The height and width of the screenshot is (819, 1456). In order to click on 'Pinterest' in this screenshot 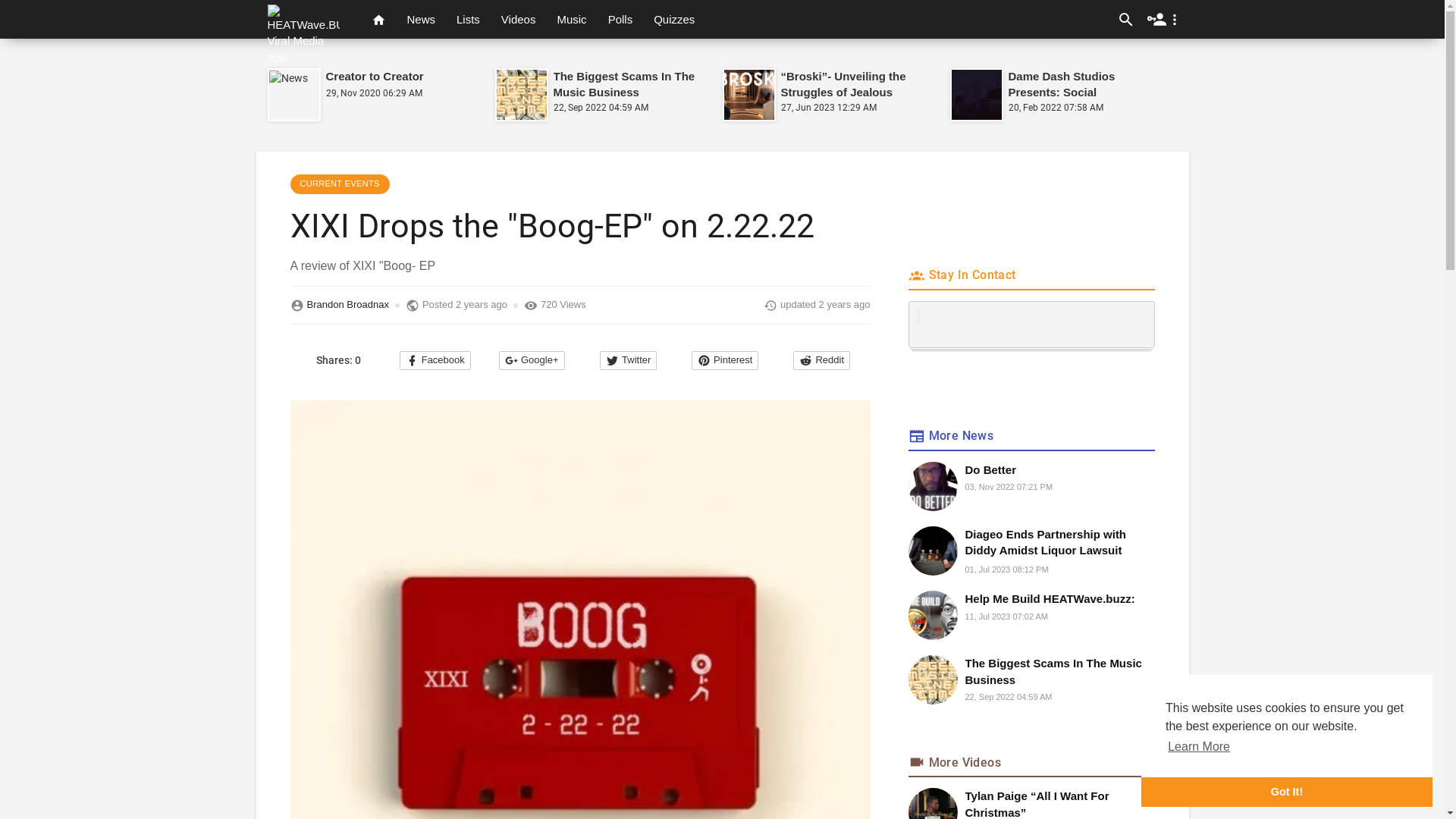, I will do `click(723, 360)`.